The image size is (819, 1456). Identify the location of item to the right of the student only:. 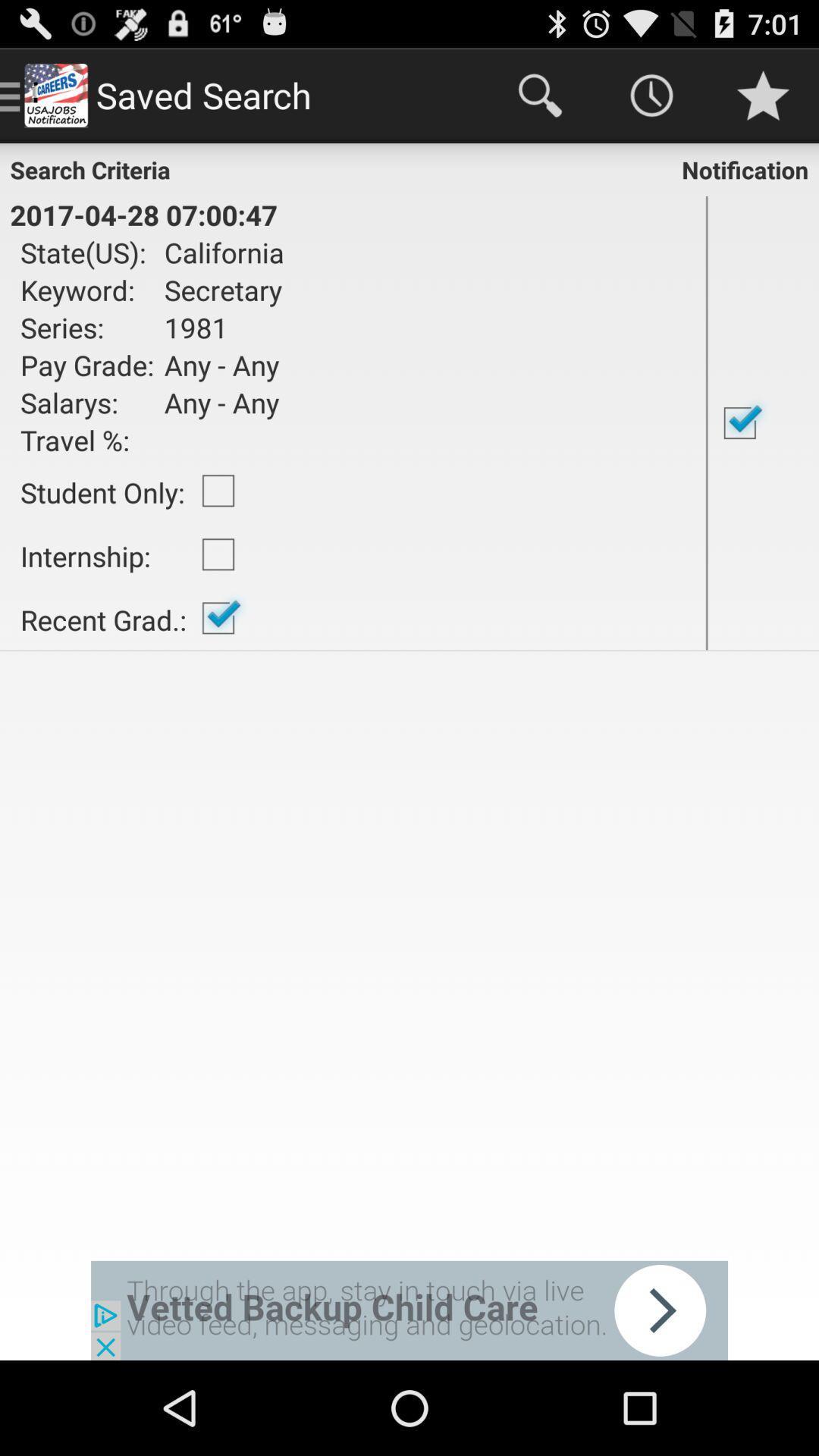
(218, 491).